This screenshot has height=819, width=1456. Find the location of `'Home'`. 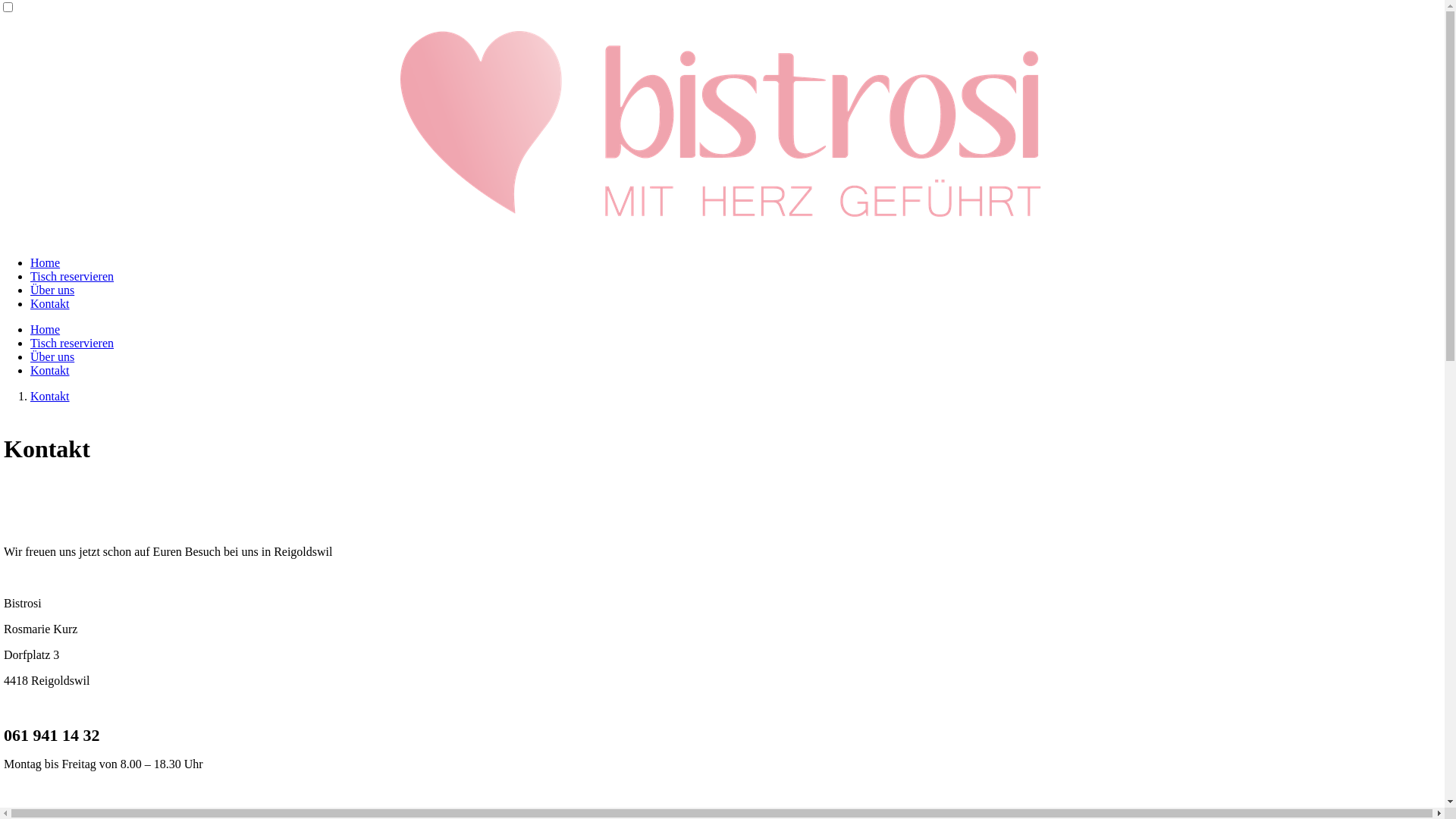

'Home' is located at coordinates (45, 328).